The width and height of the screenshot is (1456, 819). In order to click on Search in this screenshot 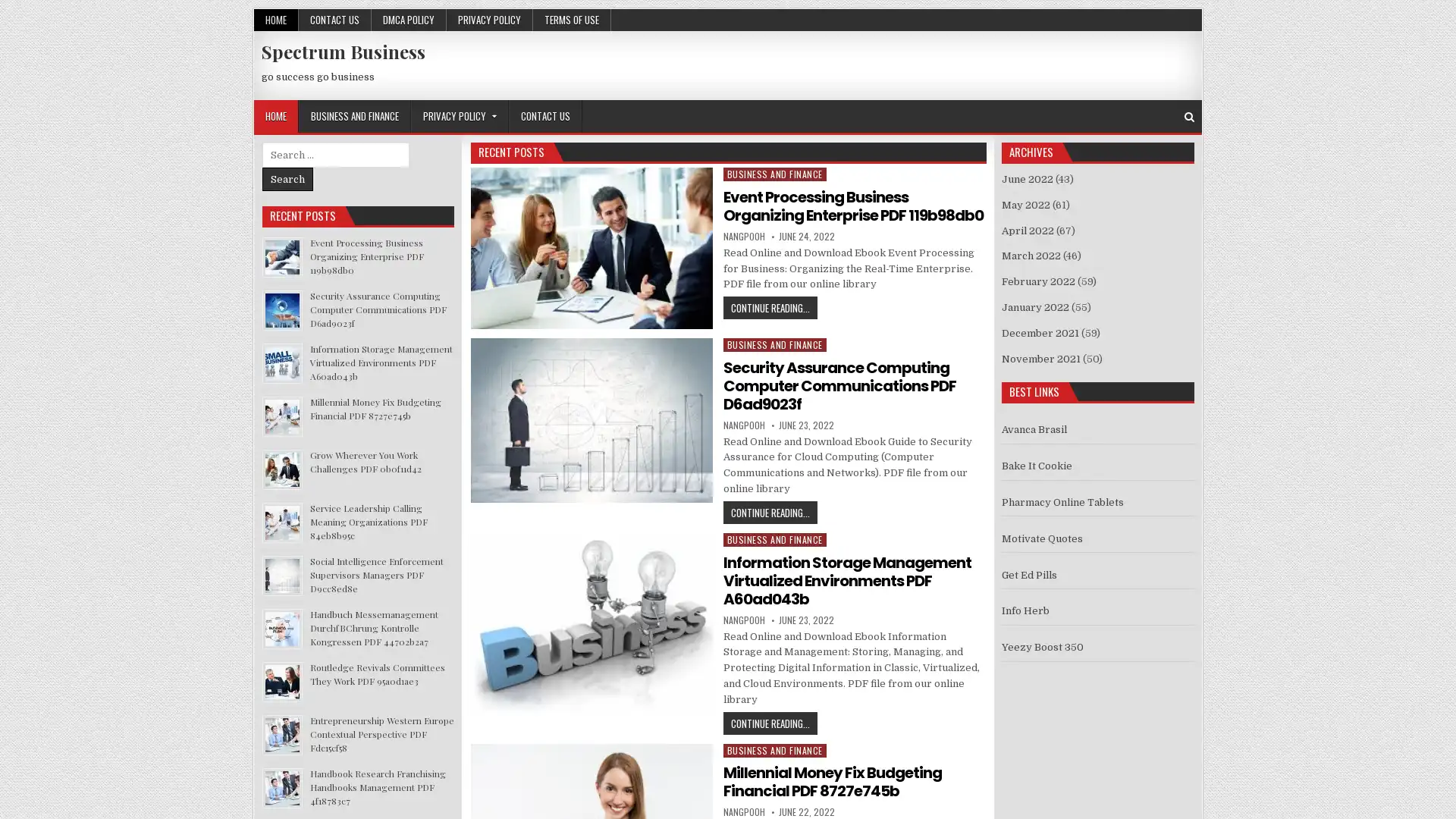, I will do `click(287, 178)`.